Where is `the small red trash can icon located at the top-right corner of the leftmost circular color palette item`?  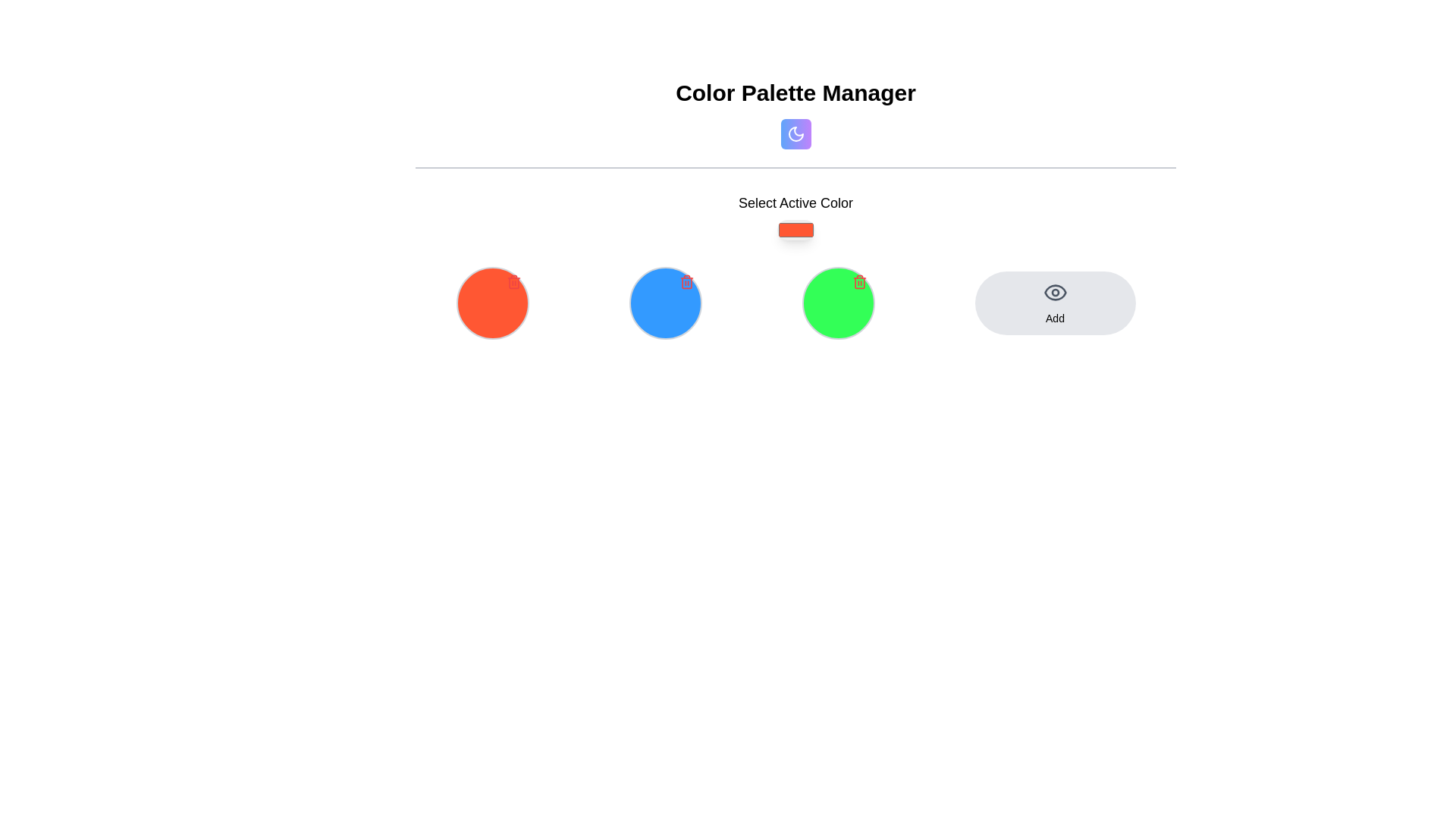 the small red trash can icon located at the top-right corner of the leftmost circular color palette item is located at coordinates (513, 281).